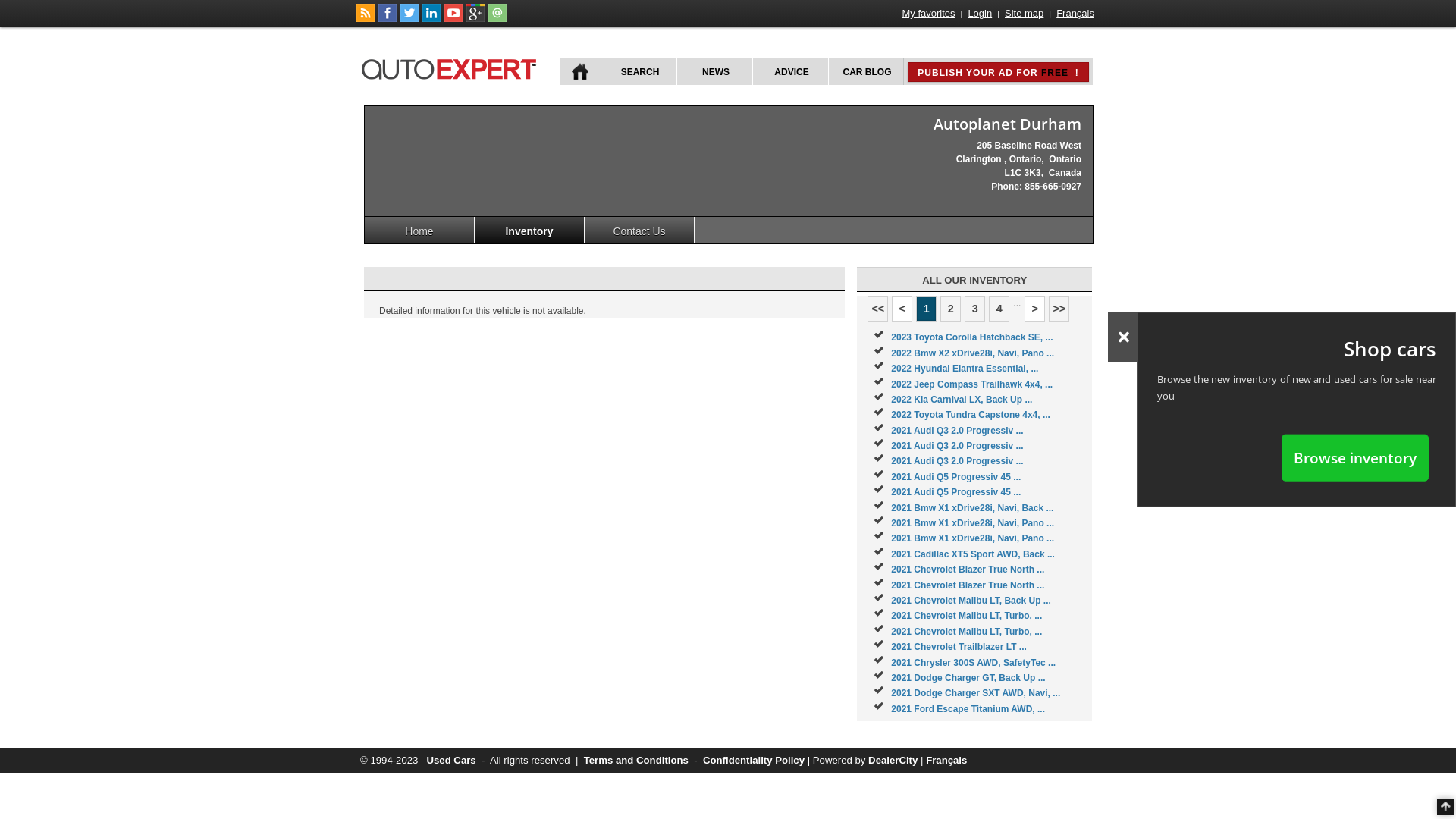 Image resolution: width=1456 pixels, height=819 pixels. Describe the element at coordinates (964, 369) in the screenshot. I see `'2022 Hyundai Elantra Essential, ...'` at that location.